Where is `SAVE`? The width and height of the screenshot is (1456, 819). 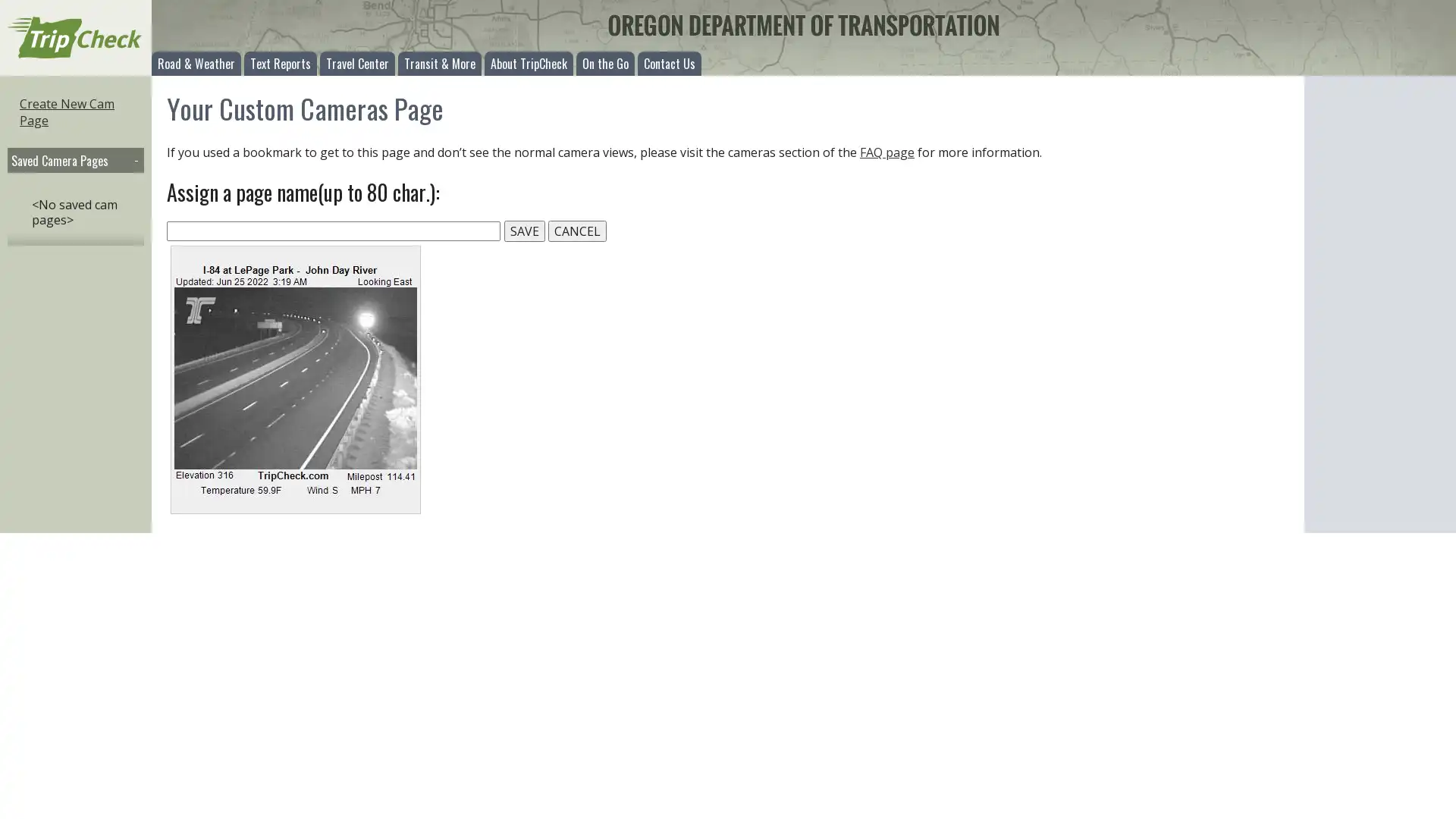
SAVE is located at coordinates (524, 231).